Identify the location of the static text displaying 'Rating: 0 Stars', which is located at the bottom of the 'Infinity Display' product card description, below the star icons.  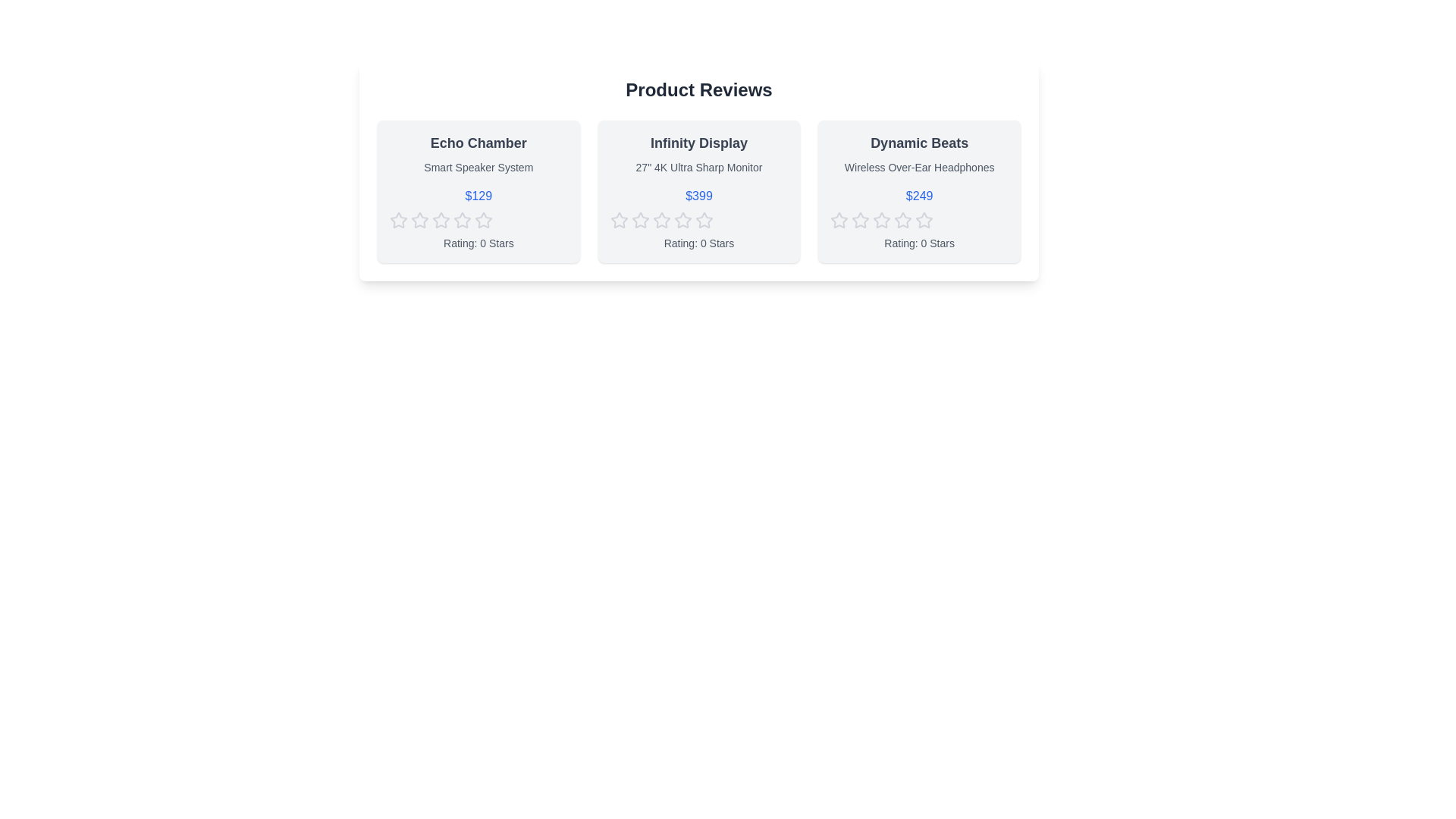
(698, 242).